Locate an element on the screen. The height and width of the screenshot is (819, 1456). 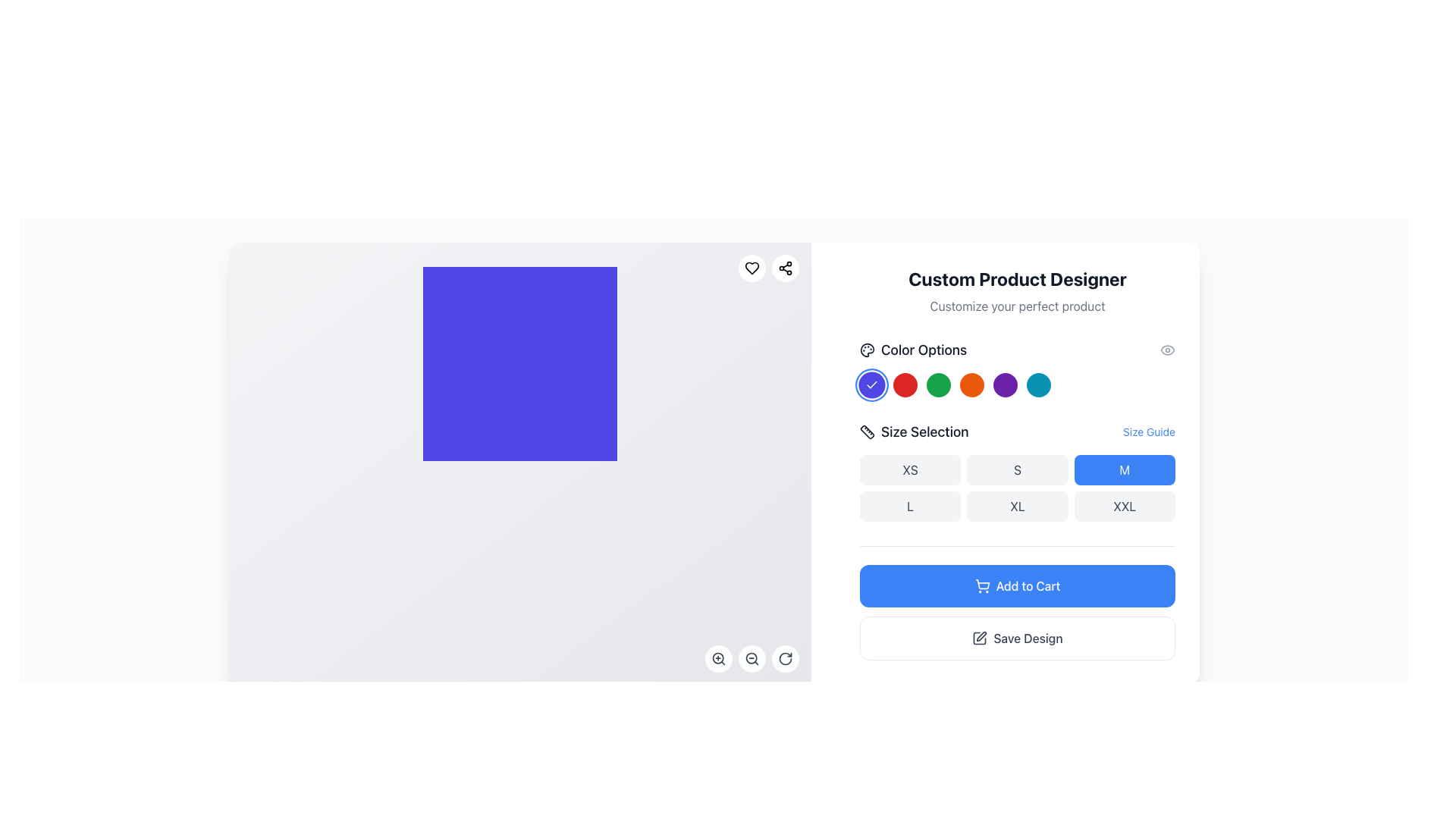
the eye-shaped icon with a hollow center located near the 'Color Options' section is located at coordinates (1167, 350).